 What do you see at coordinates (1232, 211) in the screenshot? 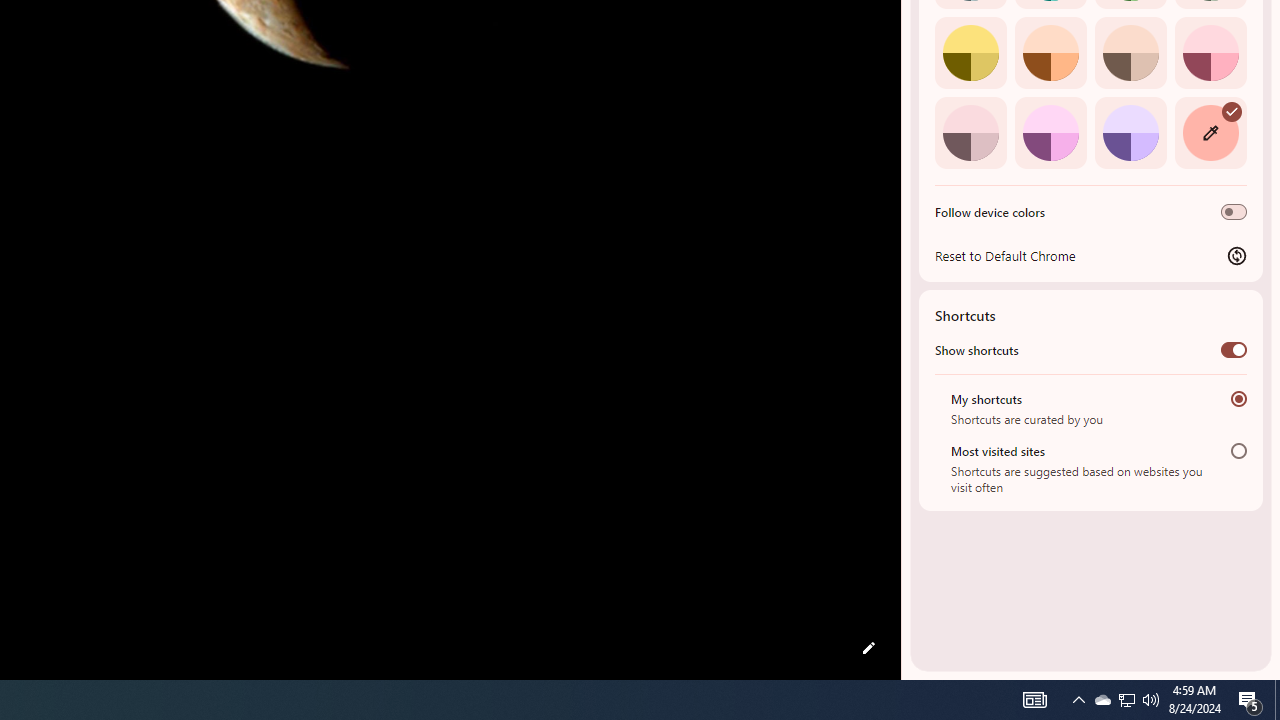
I see `'Follow device colors'` at bounding box center [1232, 211].